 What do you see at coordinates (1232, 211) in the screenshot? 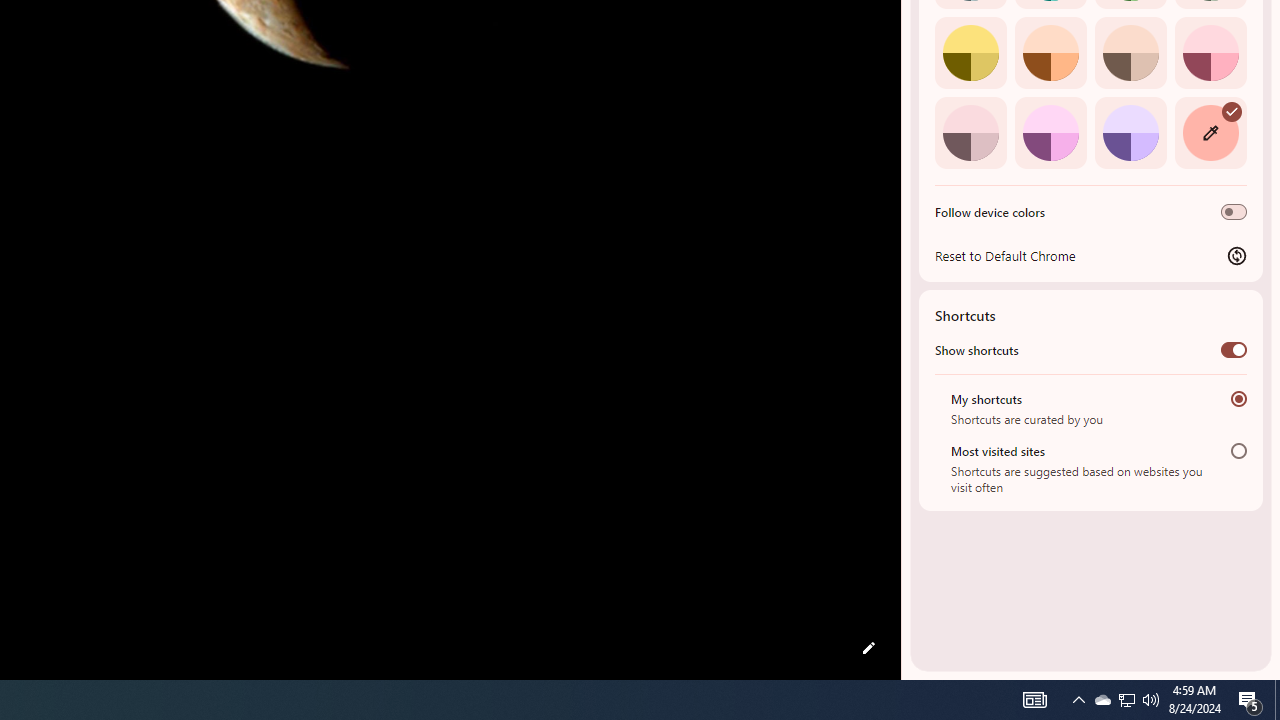
I see `'Follow device colors'` at bounding box center [1232, 211].